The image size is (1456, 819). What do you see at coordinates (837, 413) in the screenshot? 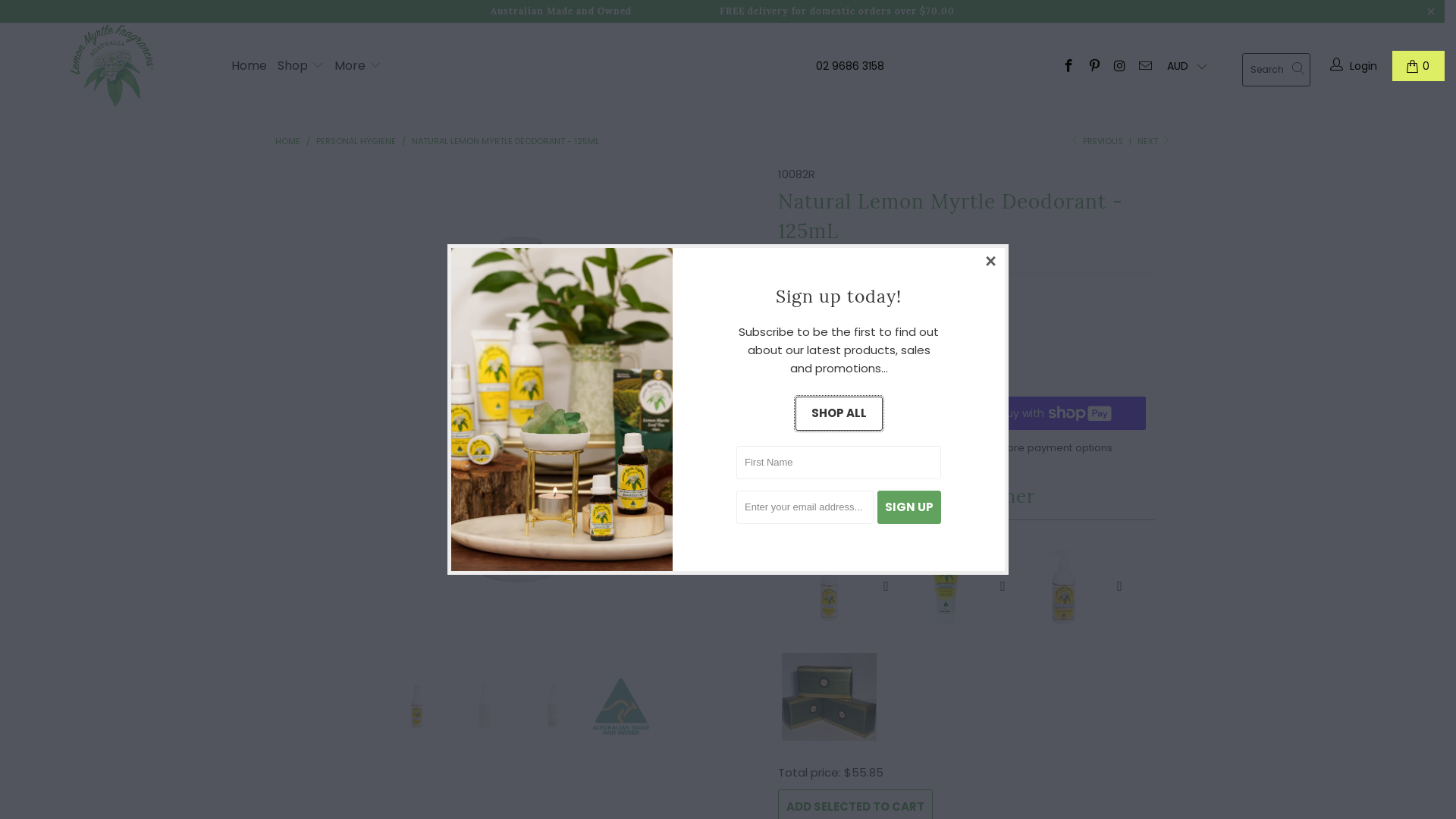
I see `'SHOP ALL'` at bounding box center [837, 413].